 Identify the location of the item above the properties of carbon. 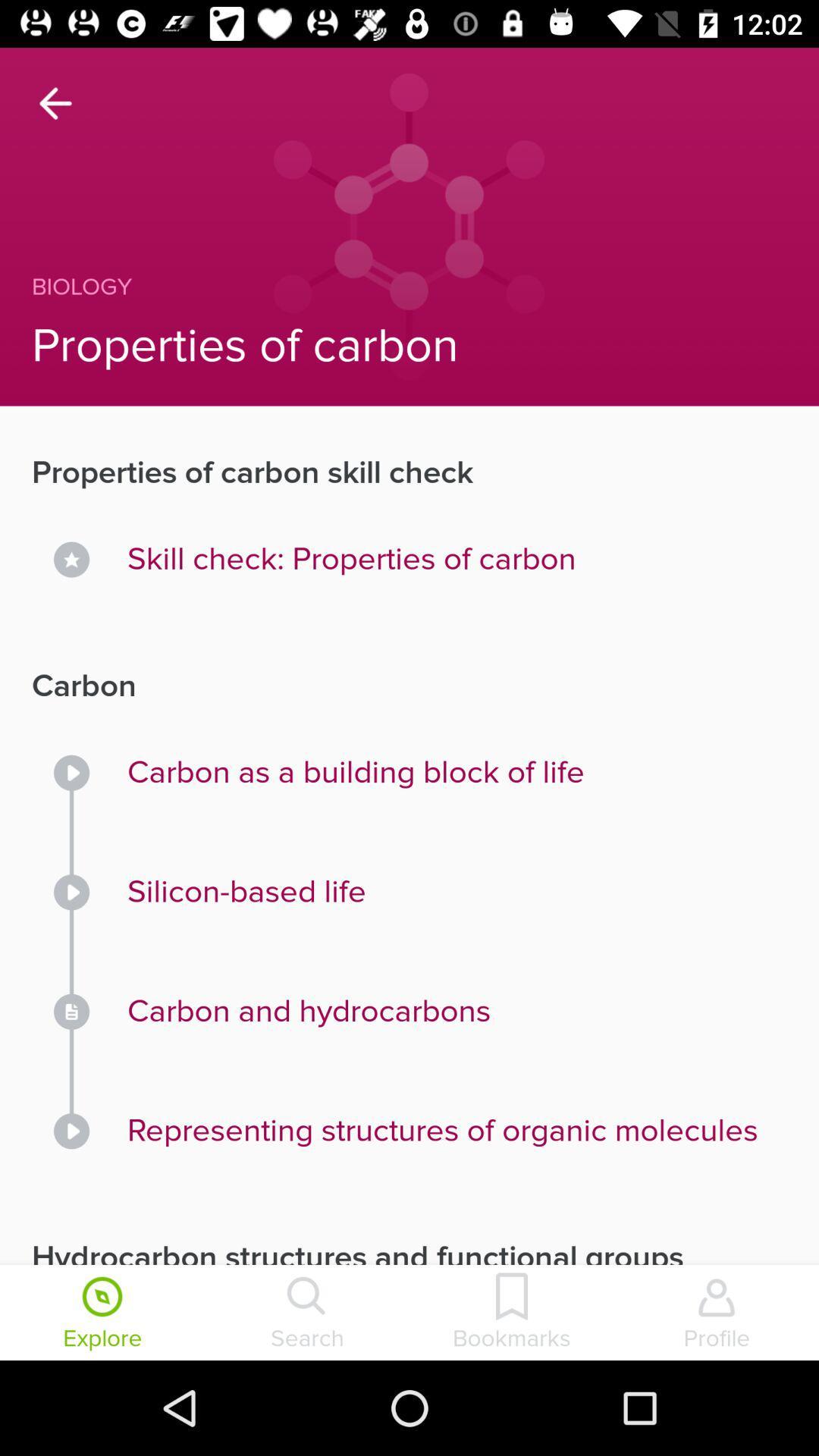
(376, 287).